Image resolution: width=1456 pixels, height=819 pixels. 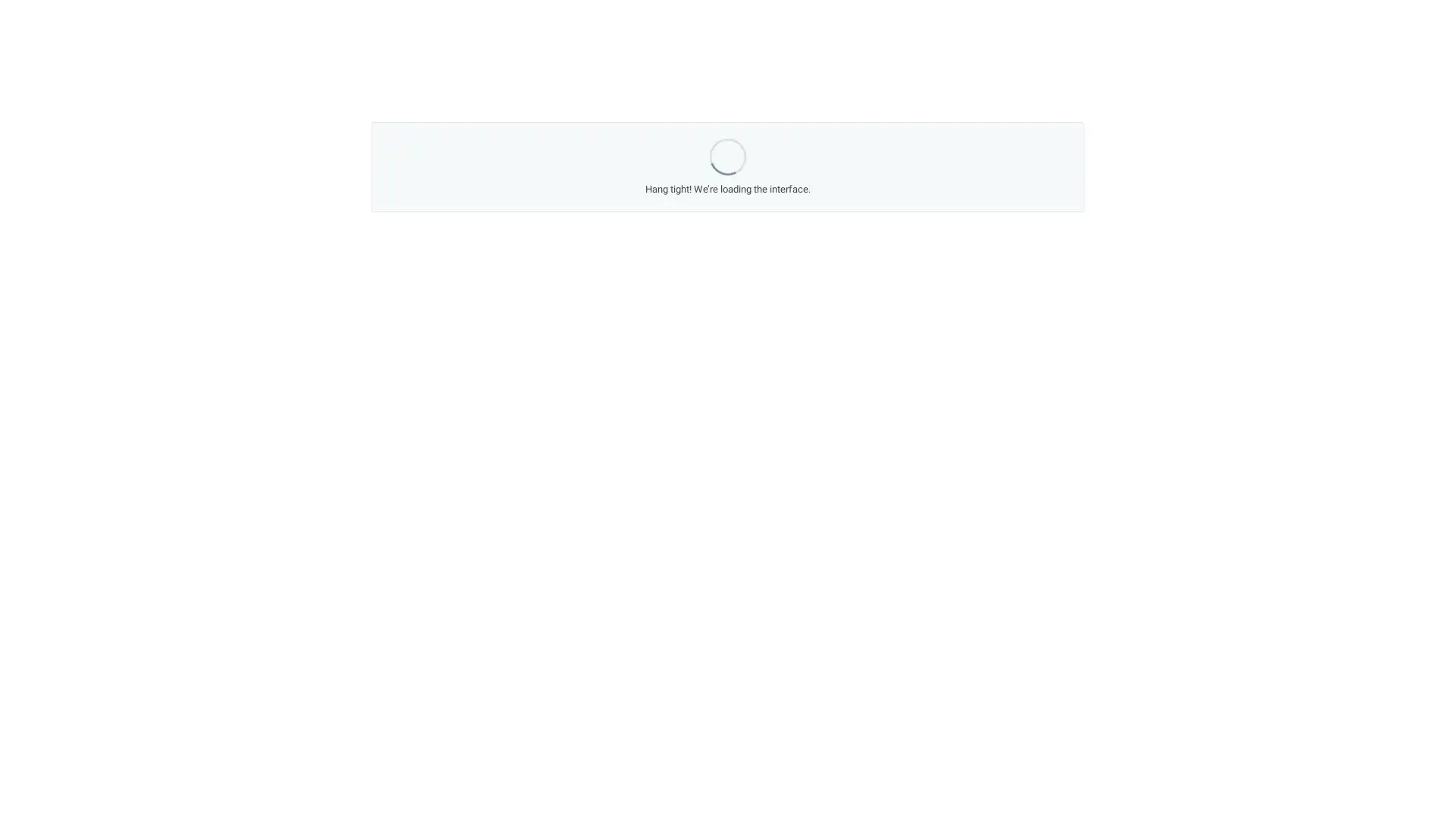 I want to click on Get Login Link, so click(x=511, y=327).